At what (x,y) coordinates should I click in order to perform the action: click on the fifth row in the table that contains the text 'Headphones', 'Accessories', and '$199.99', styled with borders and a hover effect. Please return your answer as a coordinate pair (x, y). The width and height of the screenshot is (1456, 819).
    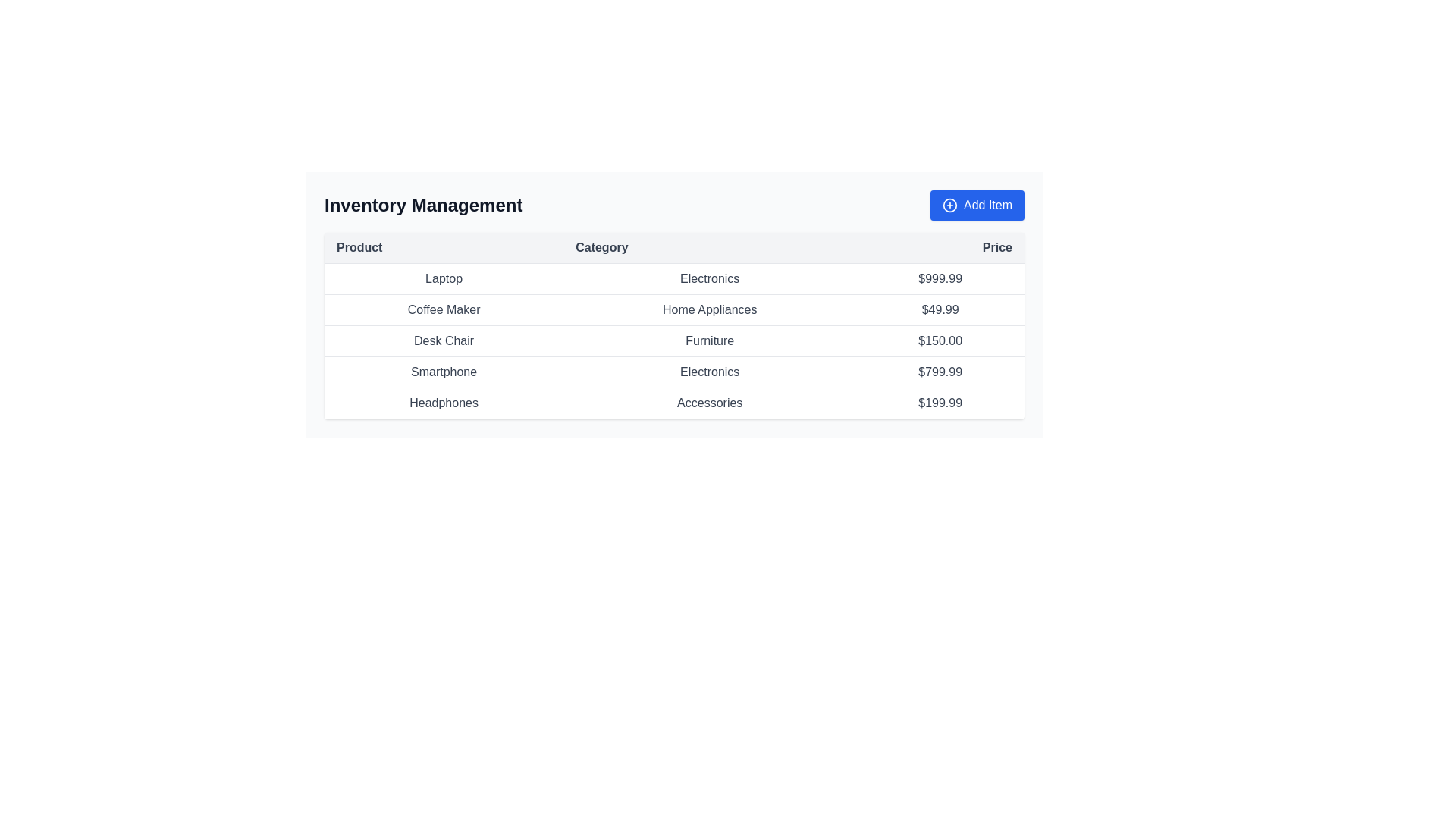
    Looking at the image, I should click on (673, 403).